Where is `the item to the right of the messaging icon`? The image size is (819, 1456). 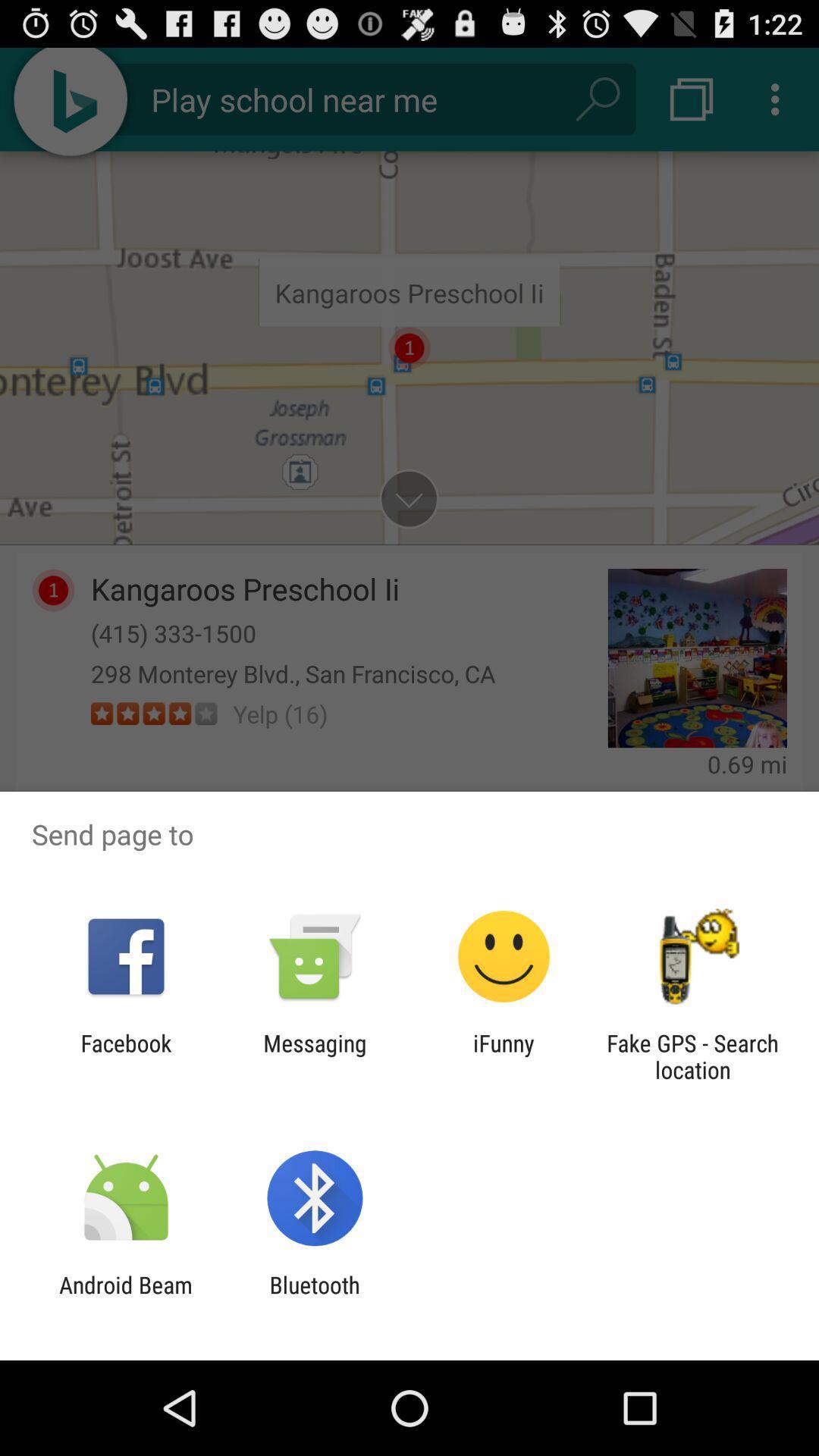
the item to the right of the messaging icon is located at coordinates (504, 1056).